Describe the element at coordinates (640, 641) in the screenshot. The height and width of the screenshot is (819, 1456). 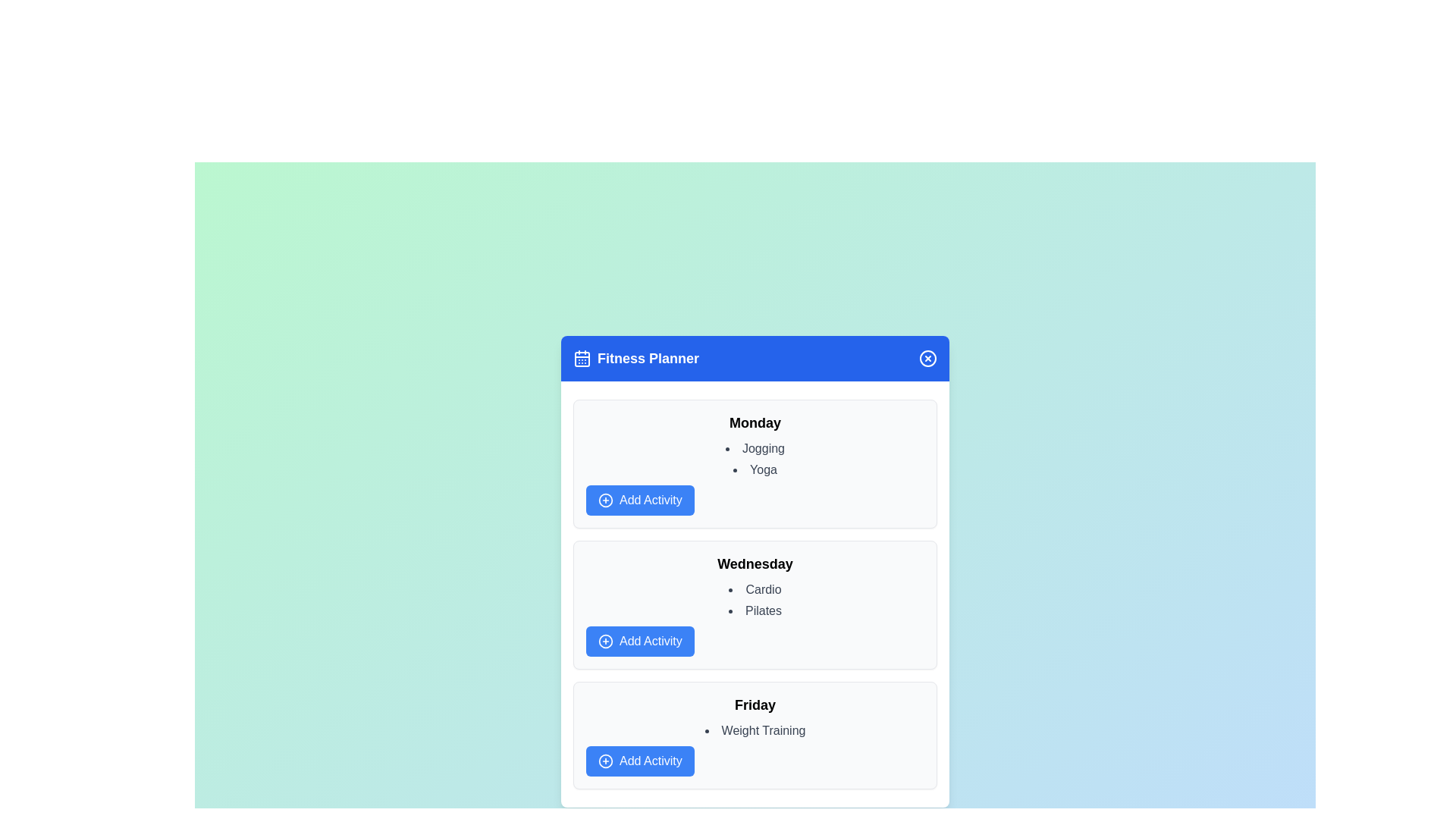
I see `the 'Add Activity' button for Wednesday` at that location.